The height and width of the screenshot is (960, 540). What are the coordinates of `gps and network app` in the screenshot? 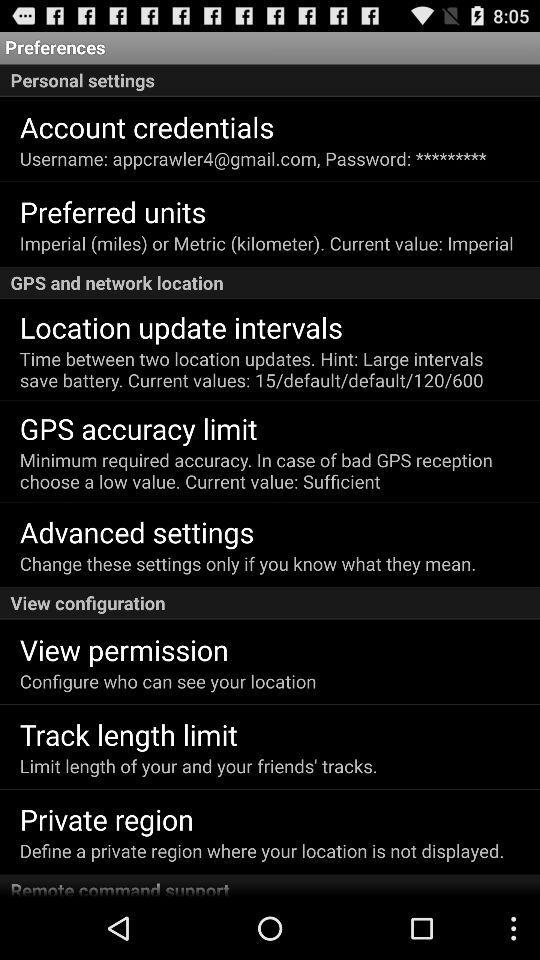 It's located at (270, 282).